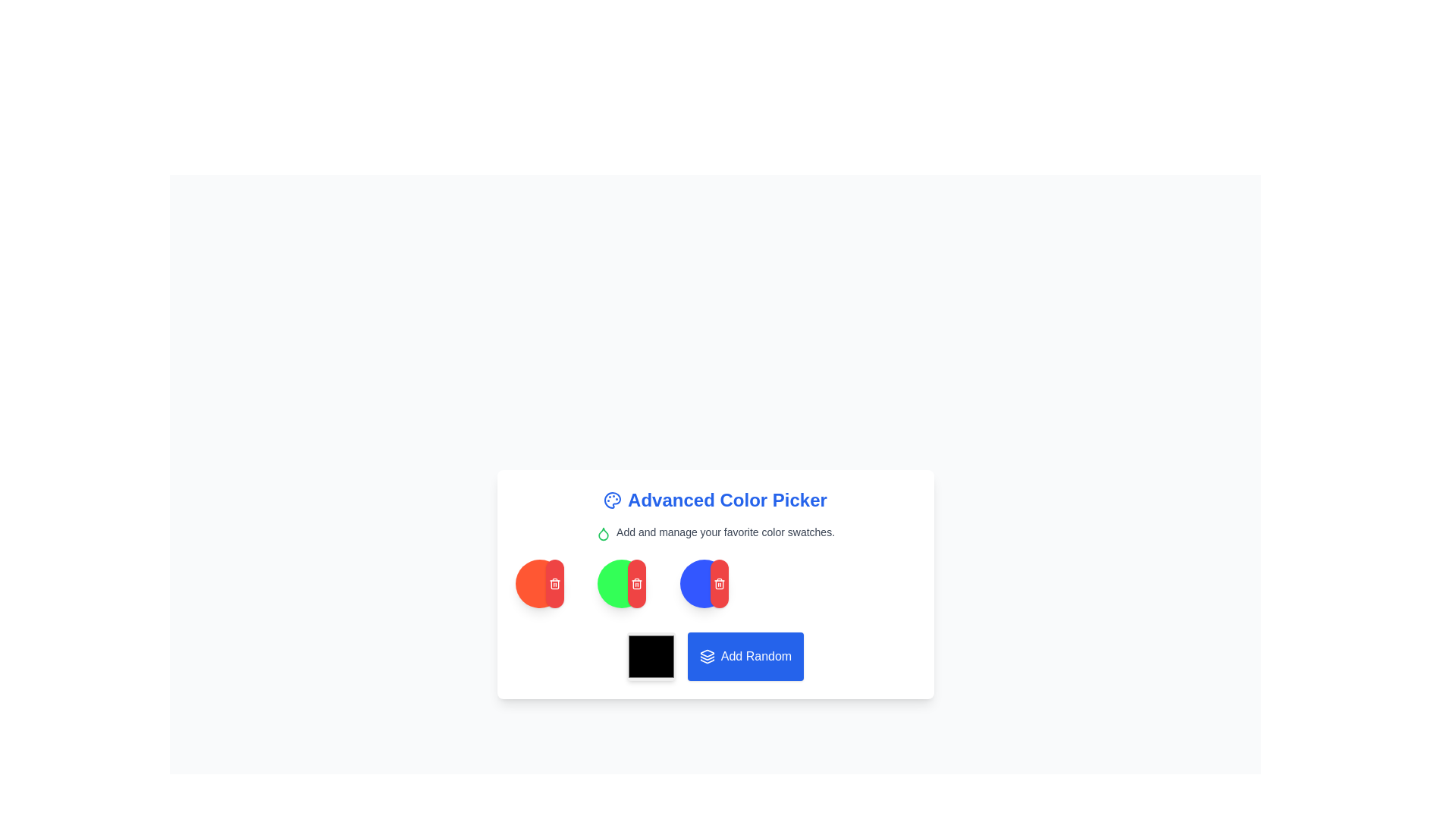 The height and width of the screenshot is (819, 1456). What do you see at coordinates (613, 500) in the screenshot?
I see `the color palette icon located to the left of the 'Advanced Color Picker' label in the header section of the color picker interface` at bounding box center [613, 500].